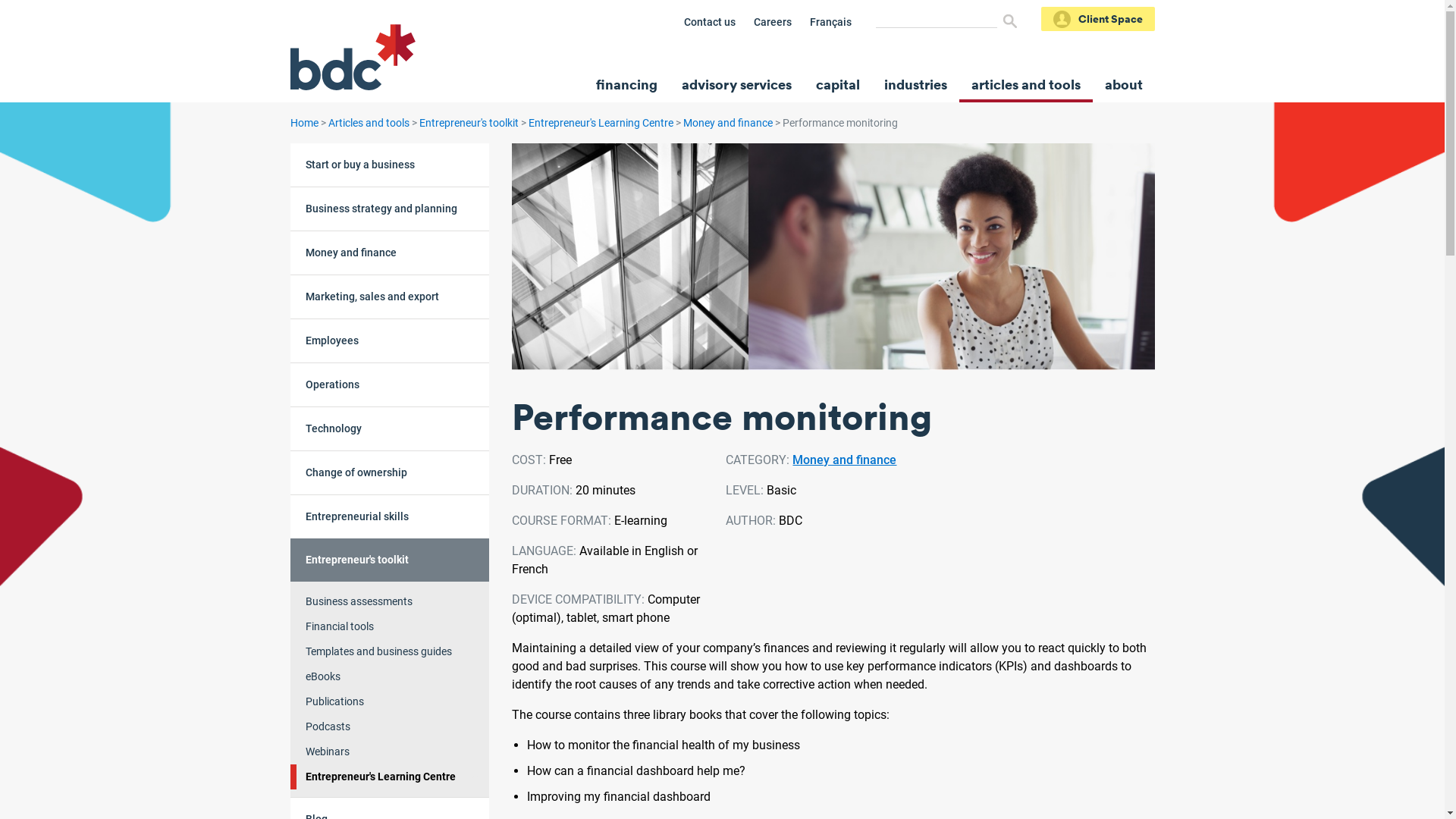 The height and width of the screenshot is (819, 1456). What do you see at coordinates (290, 726) in the screenshot?
I see `'Podcasts'` at bounding box center [290, 726].